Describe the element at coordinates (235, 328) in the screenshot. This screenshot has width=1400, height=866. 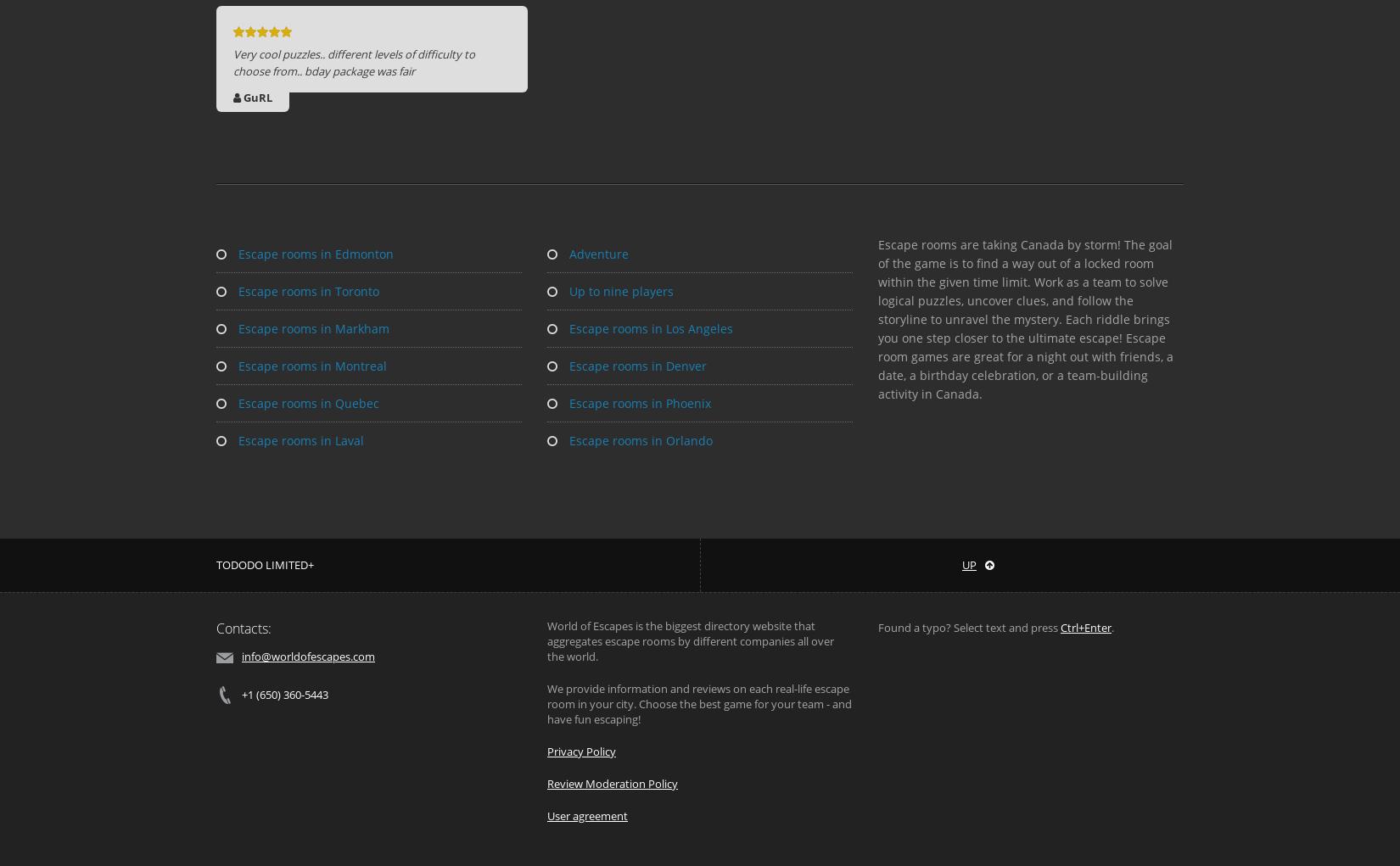
I see `'Escape rooms in Markham'` at that location.